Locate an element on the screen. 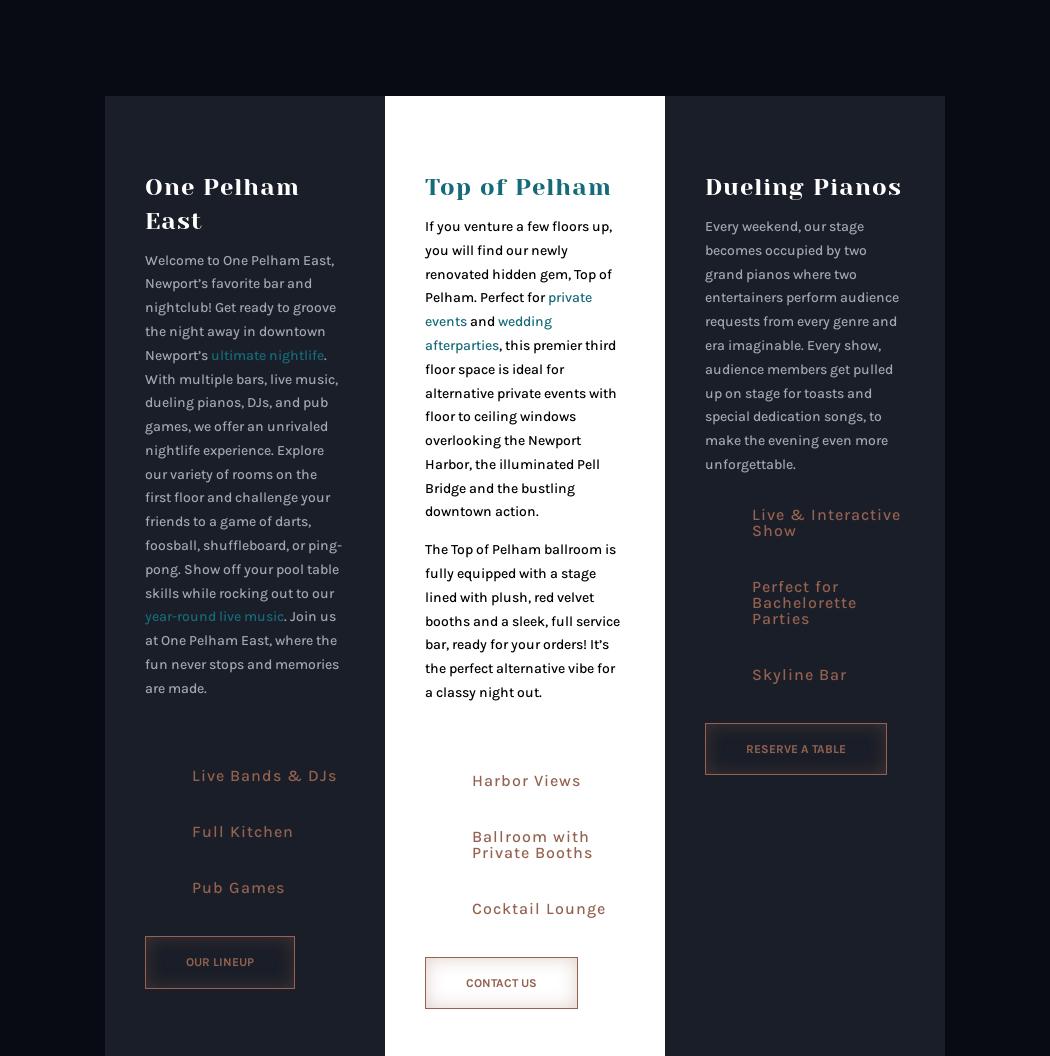  'Ballroom with Private Booths' is located at coordinates (531, 843).